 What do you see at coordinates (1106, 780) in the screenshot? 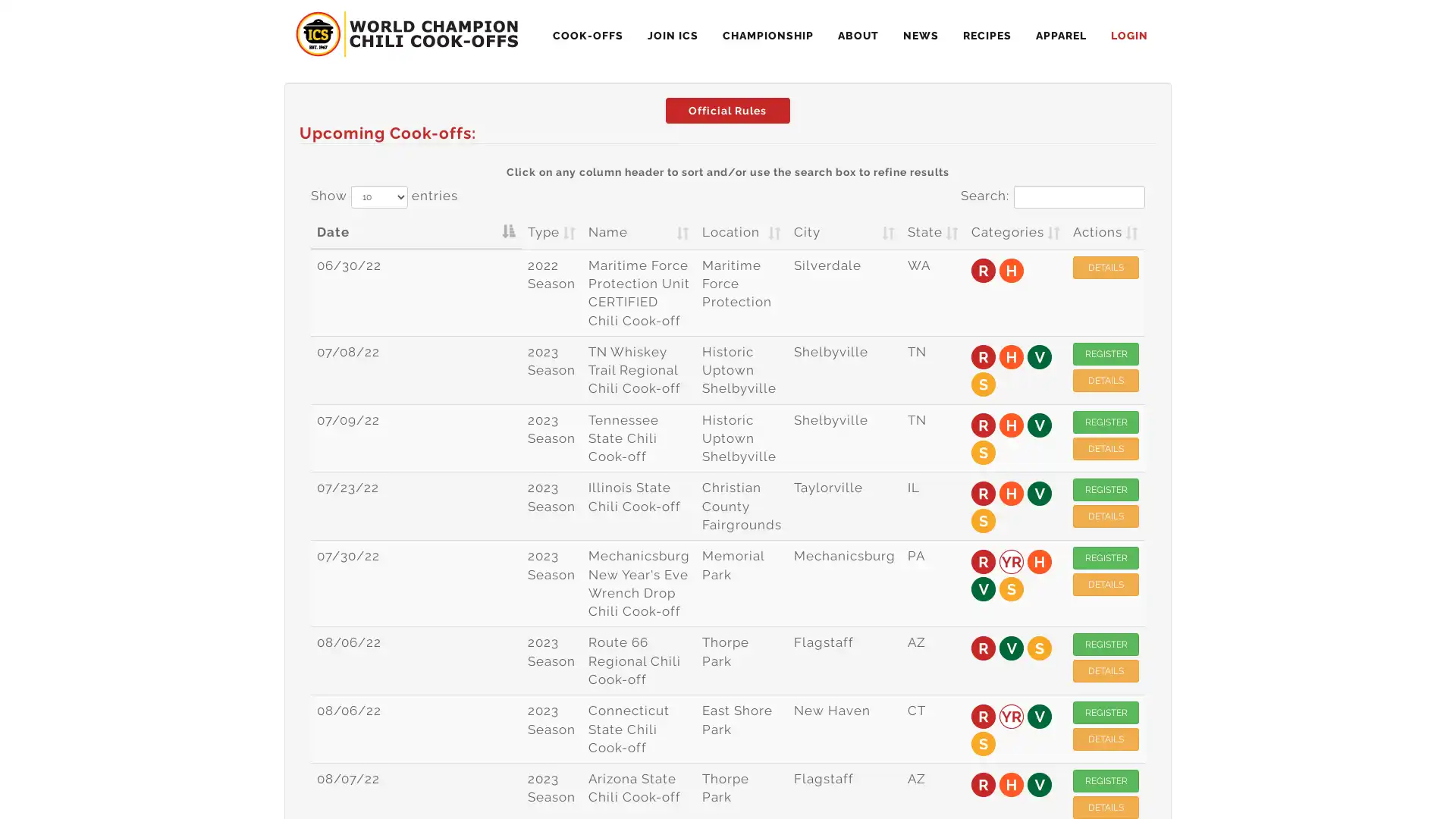
I see `REGISTER` at bounding box center [1106, 780].